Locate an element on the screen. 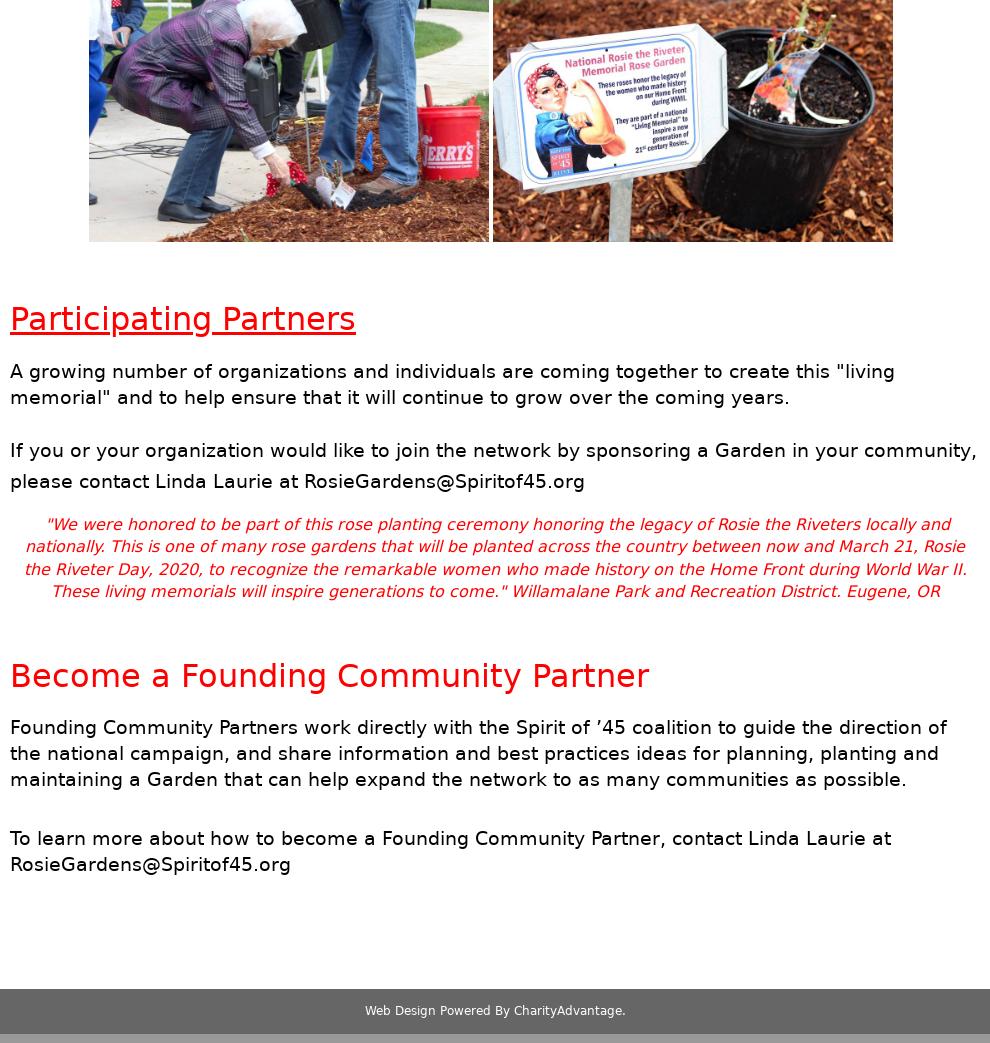  'Participating Partners' is located at coordinates (182, 317).